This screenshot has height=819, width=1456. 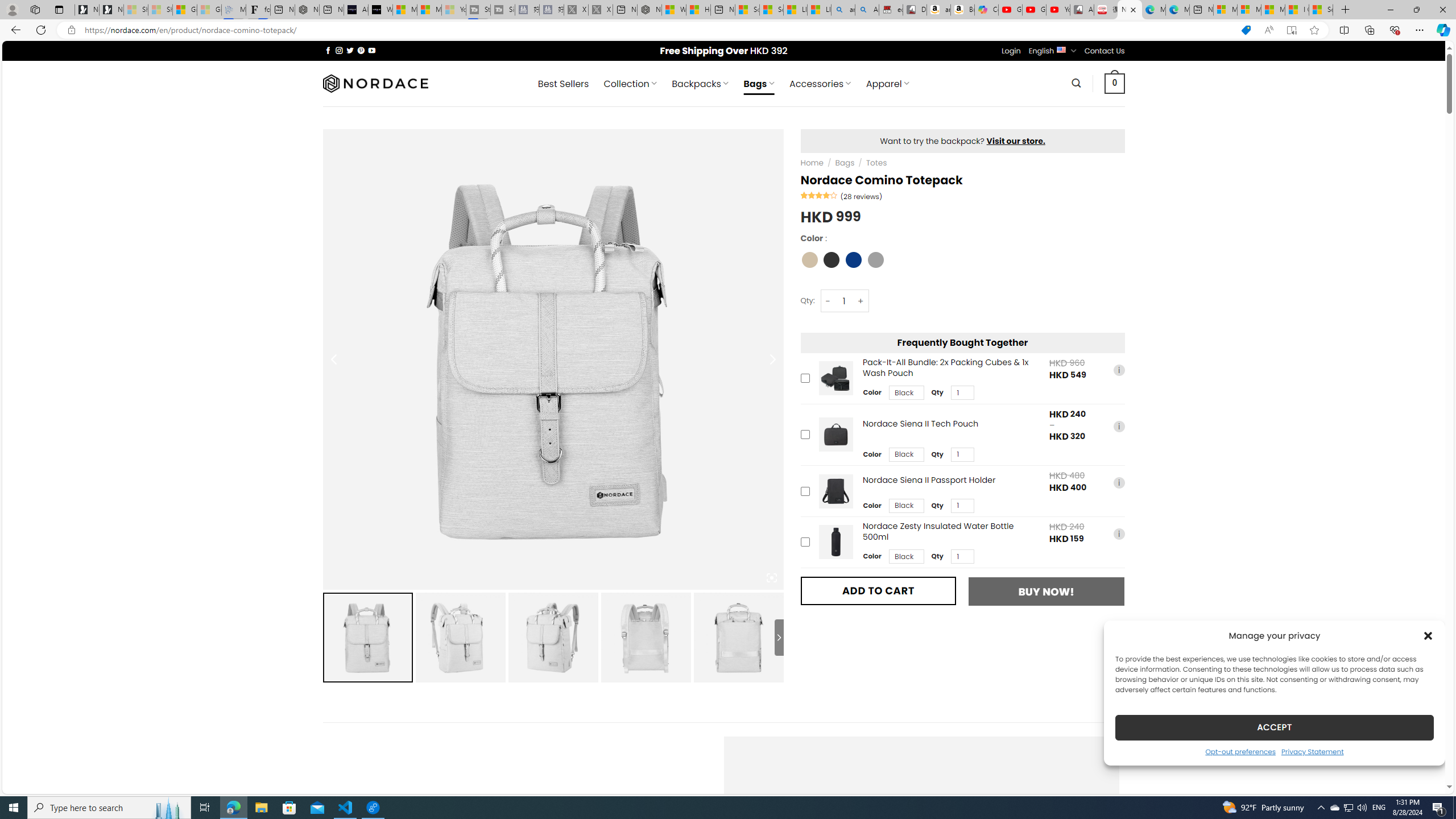 I want to click on 'Rated 4.07 out of 5', so click(x=819, y=194).